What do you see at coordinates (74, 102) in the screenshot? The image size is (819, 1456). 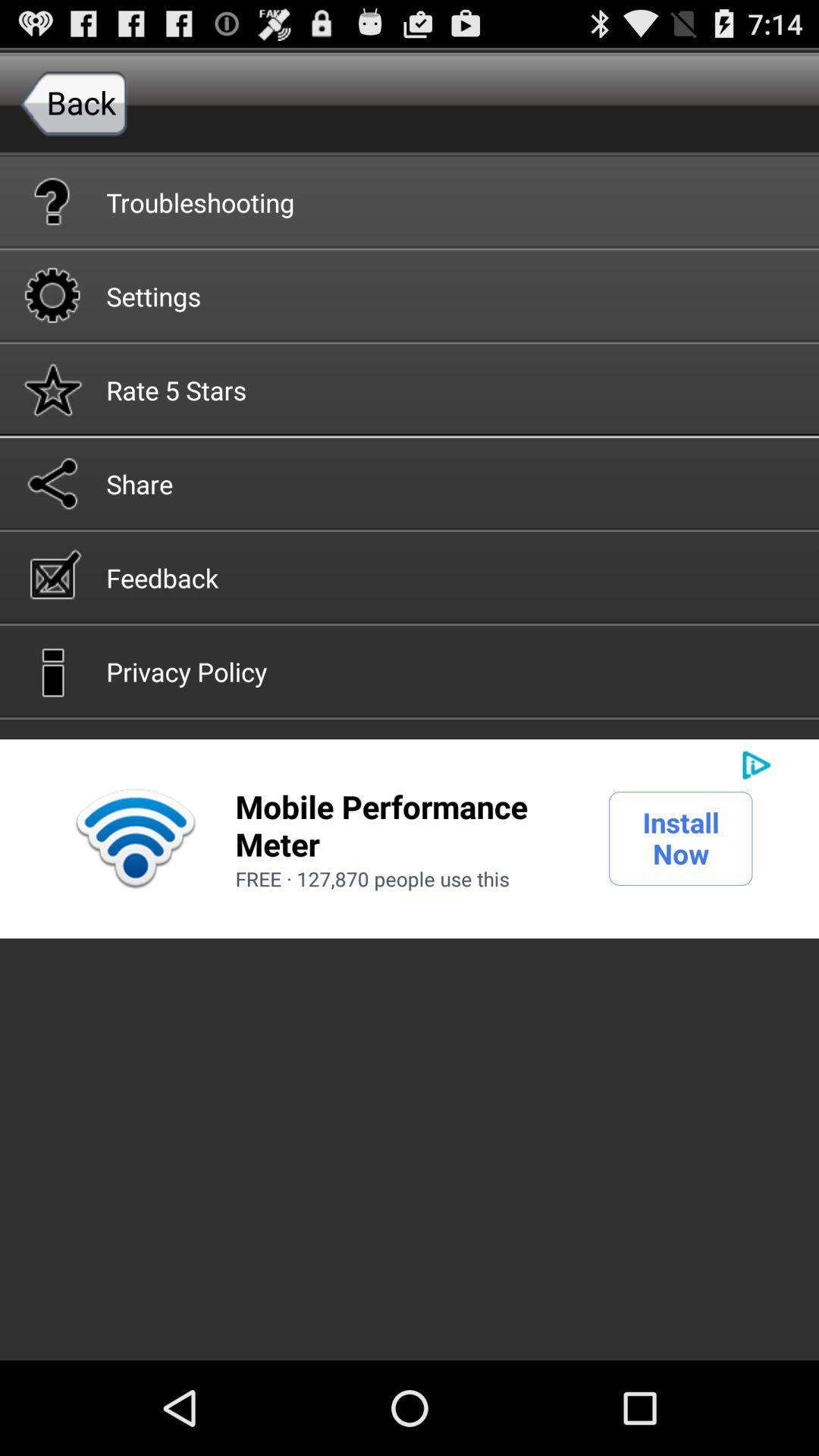 I see `back` at bounding box center [74, 102].